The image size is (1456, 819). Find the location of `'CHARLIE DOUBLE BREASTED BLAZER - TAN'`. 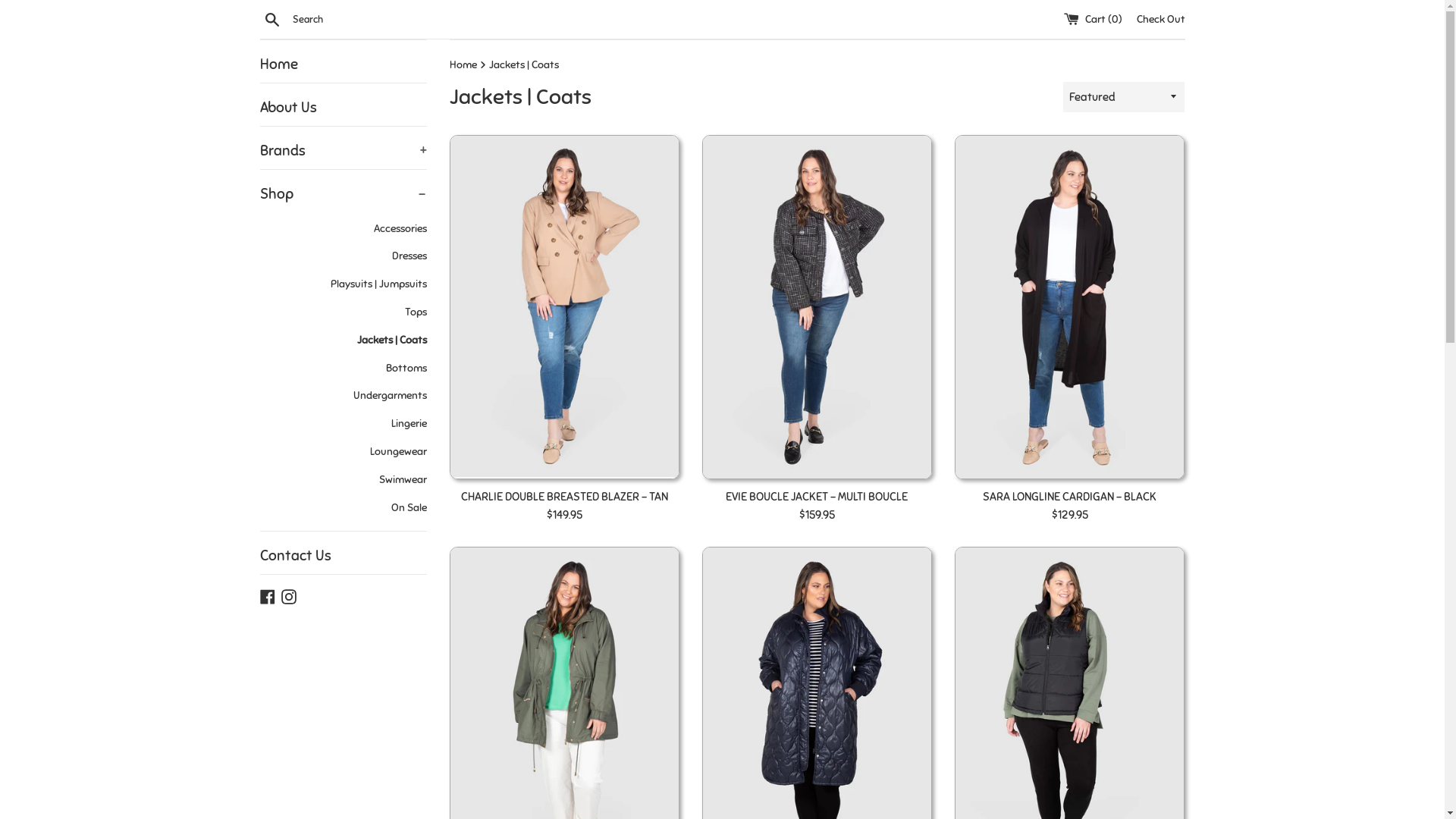

'CHARLIE DOUBLE BREASTED BLAZER - TAN' is located at coordinates (563, 497).